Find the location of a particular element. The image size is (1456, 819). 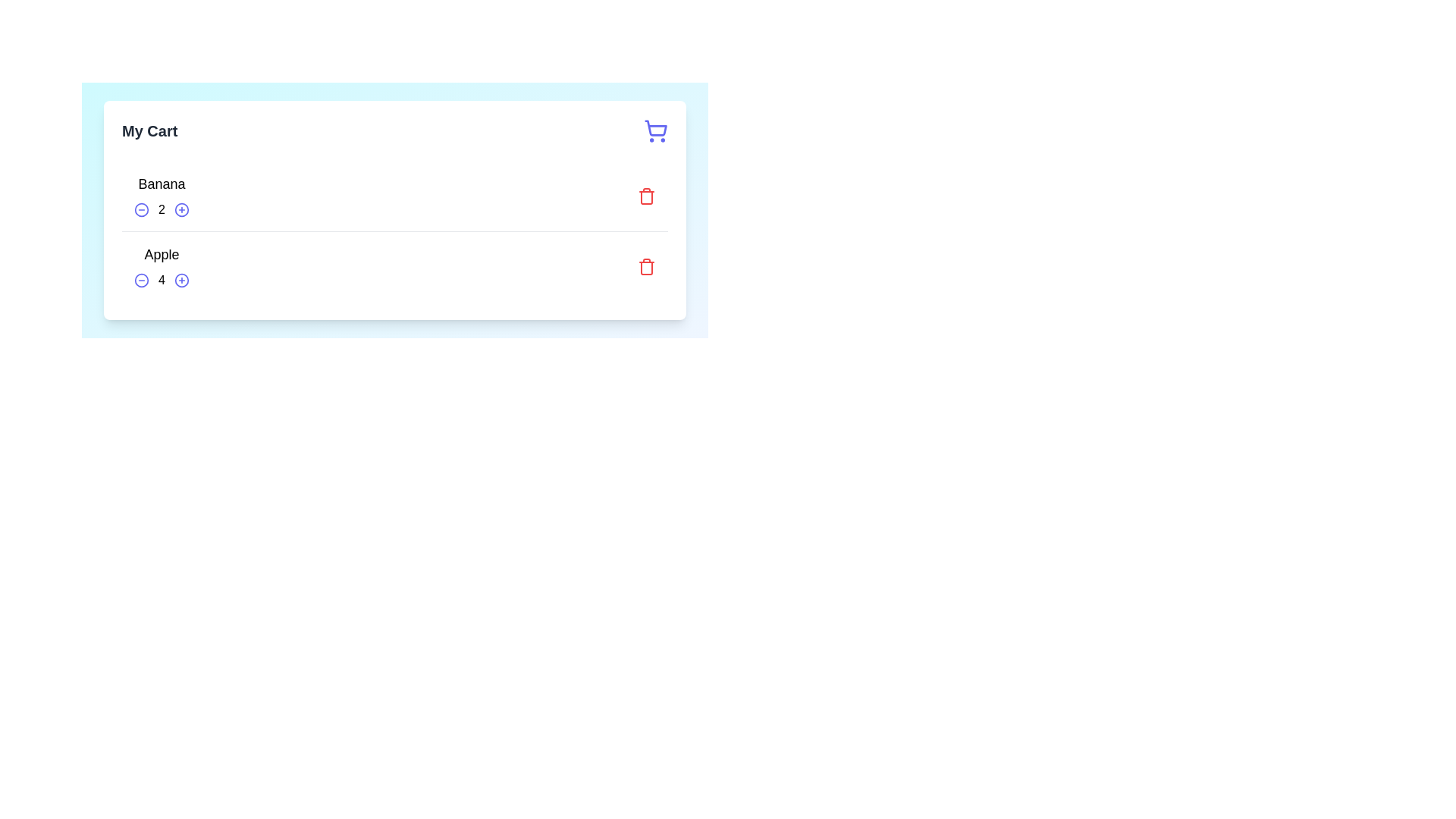

the text label displaying 'Banana', which is formatted in bold and larger font within the shopping cart interface, located above the quantity controls is located at coordinates (162, 184).